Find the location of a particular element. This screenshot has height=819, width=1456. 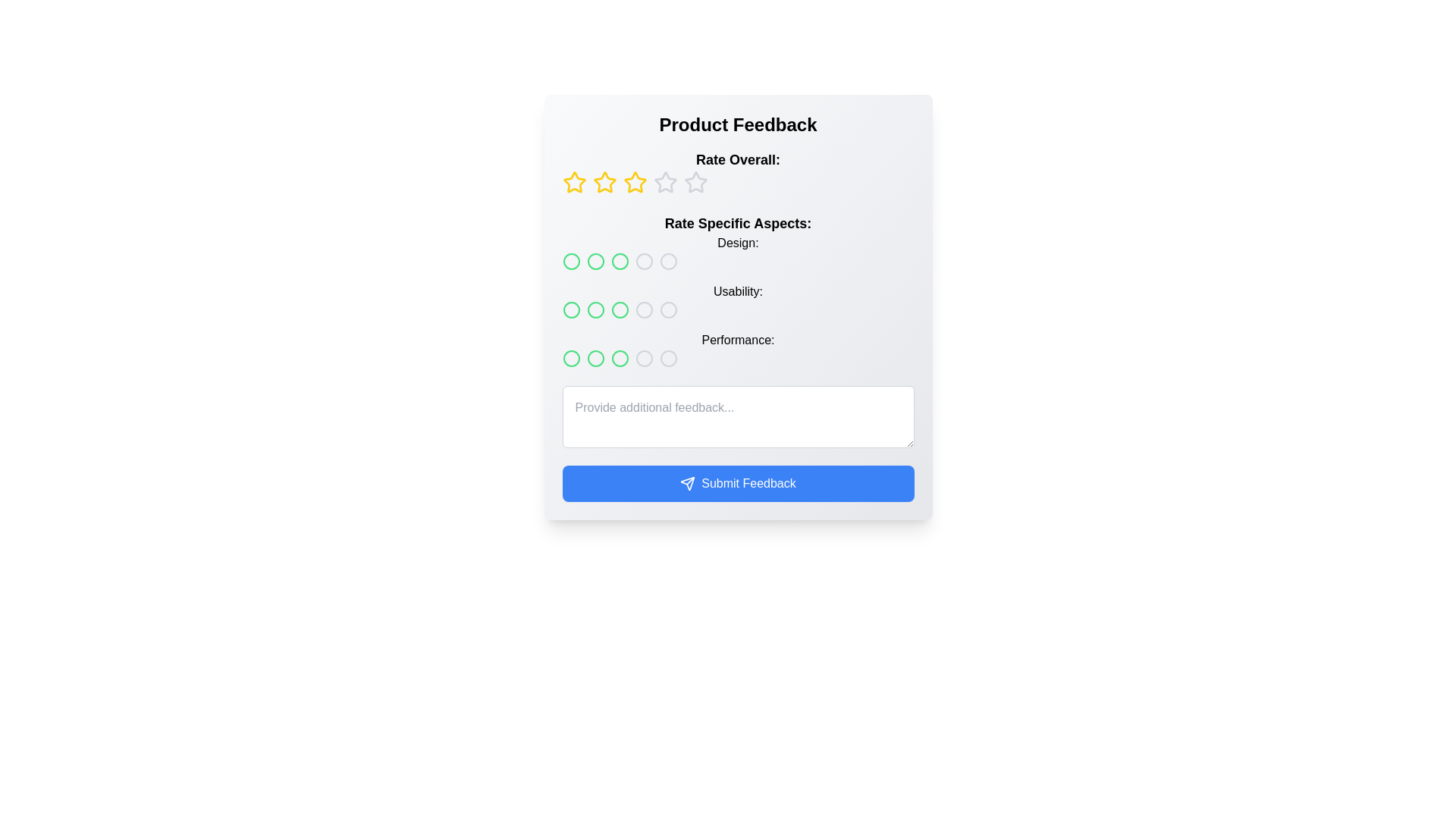

the second selectable circle for ratings under the 'Design' label is located at coordinates (667, 260).